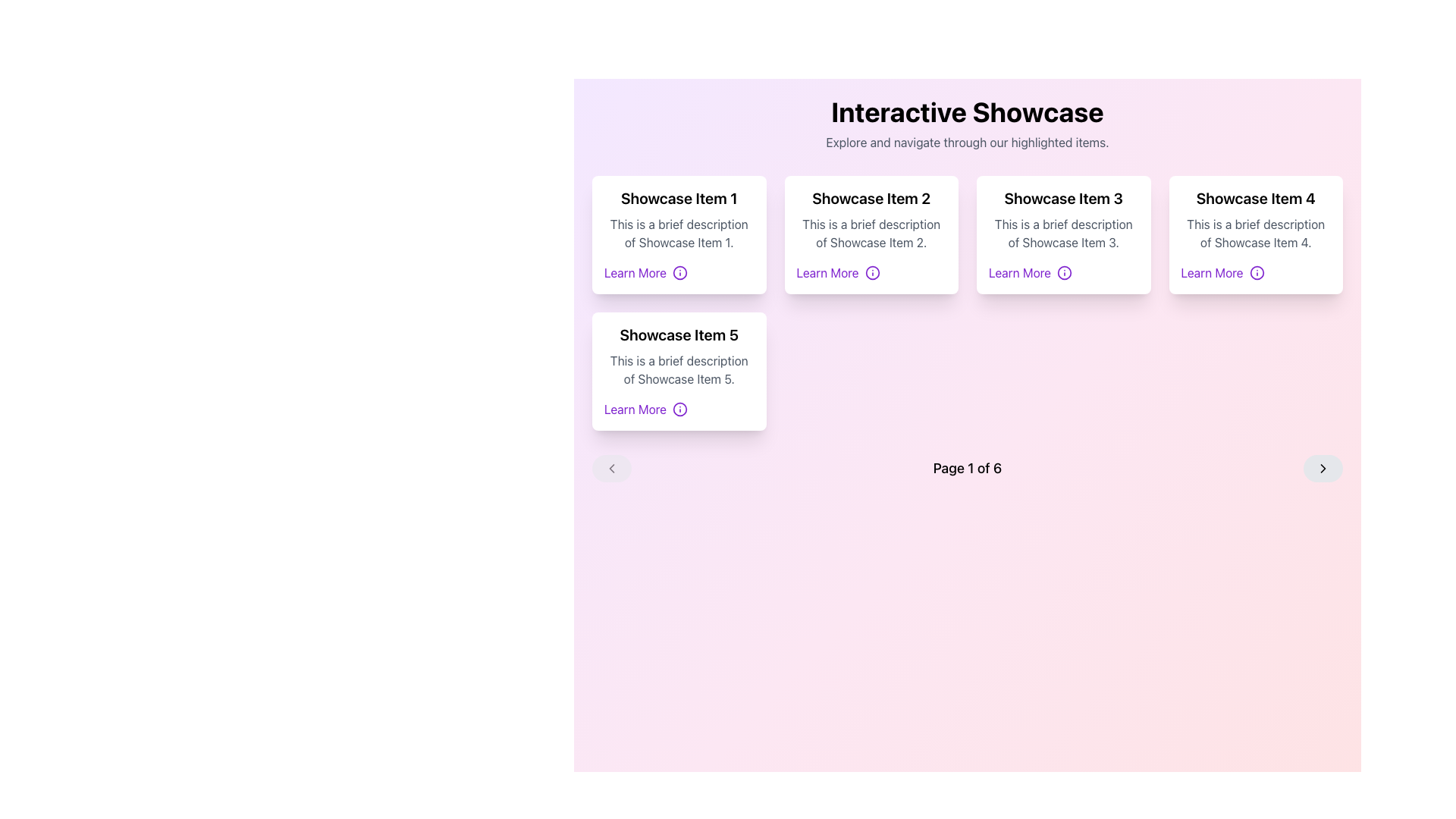  Describe the element at coordinates (1257, 271) in the screenshot. I see `the information icon (SVG) which is part of the 'Learn More' hyperlink in the description card for 'Showcase Item 4', located in the fourth column of the first row of the grid` at that location.